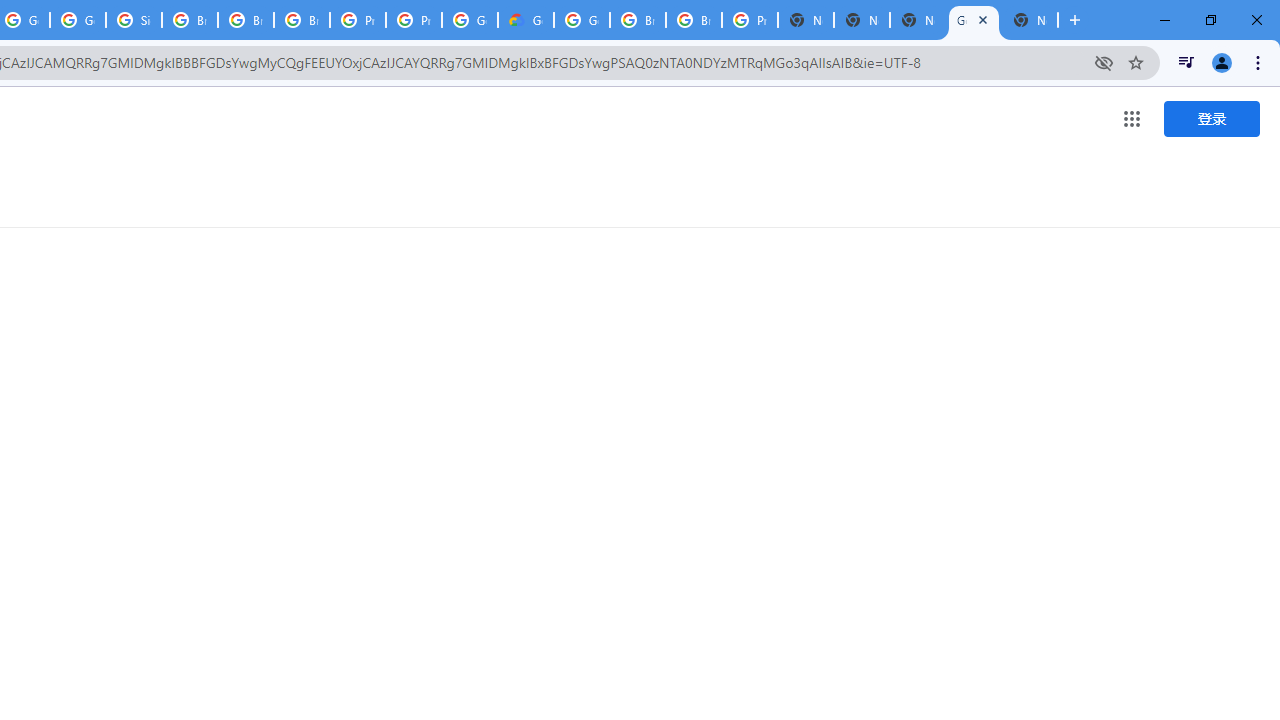 The width and height of the screenshot is (1280, 720). I want to click on 'Browse Chrome as a guest - Computer - Google Chrome Help', so click(190, 20).